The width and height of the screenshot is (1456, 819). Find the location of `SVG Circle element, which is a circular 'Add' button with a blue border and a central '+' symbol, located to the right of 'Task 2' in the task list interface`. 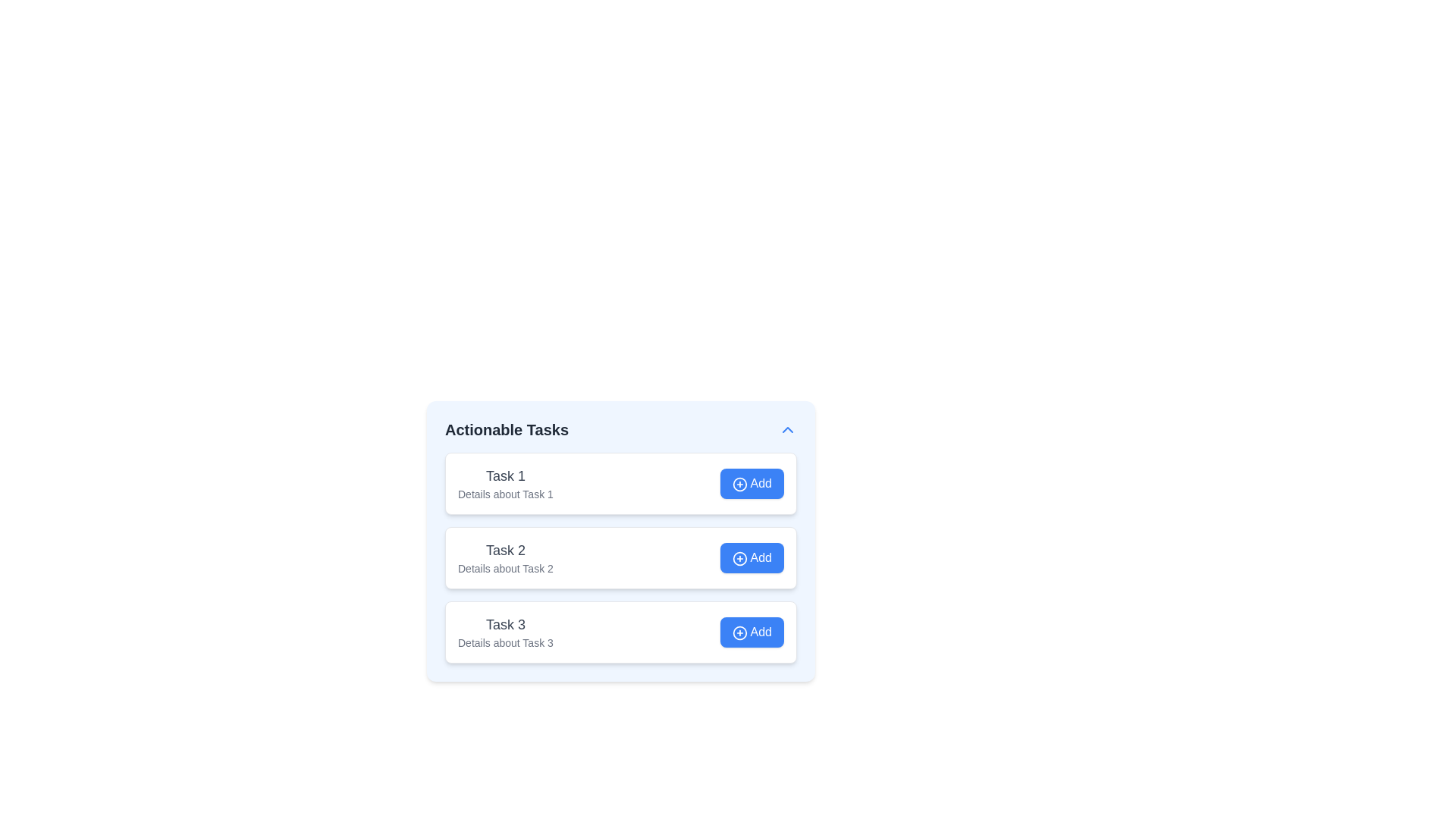

SVG Circle element, which is a circular 'Add' button with a blue border and a central '+' symbol, located to the right of 'Task 2' in the task list interface is located at coordinates (739, 558).